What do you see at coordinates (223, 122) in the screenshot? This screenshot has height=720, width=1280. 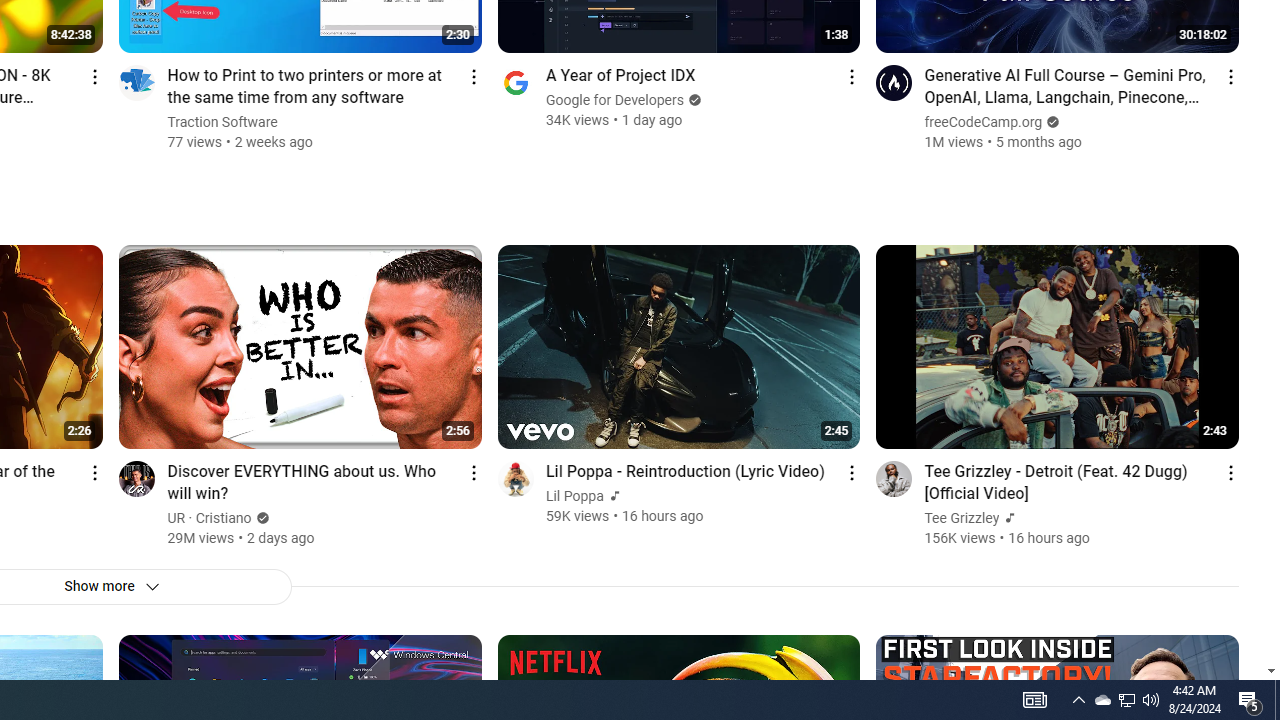 I see `'Traction Software'` at bounding box center [223, 122].